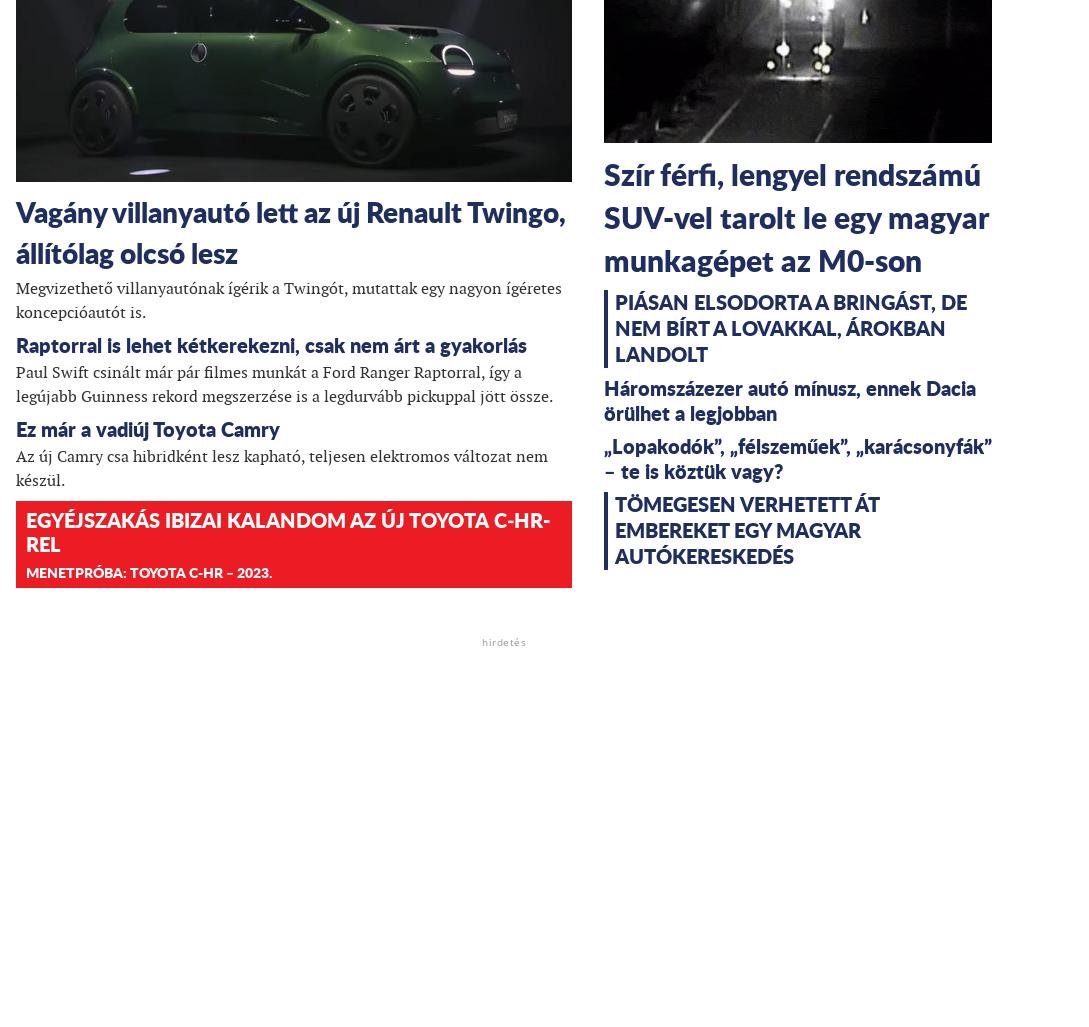 The width and height of the screenshot is (1089, 1027). I want to click on 'Raptorral is lehet kétkerekezni, csak nem árt a gyakorlás', so click(270, 344).